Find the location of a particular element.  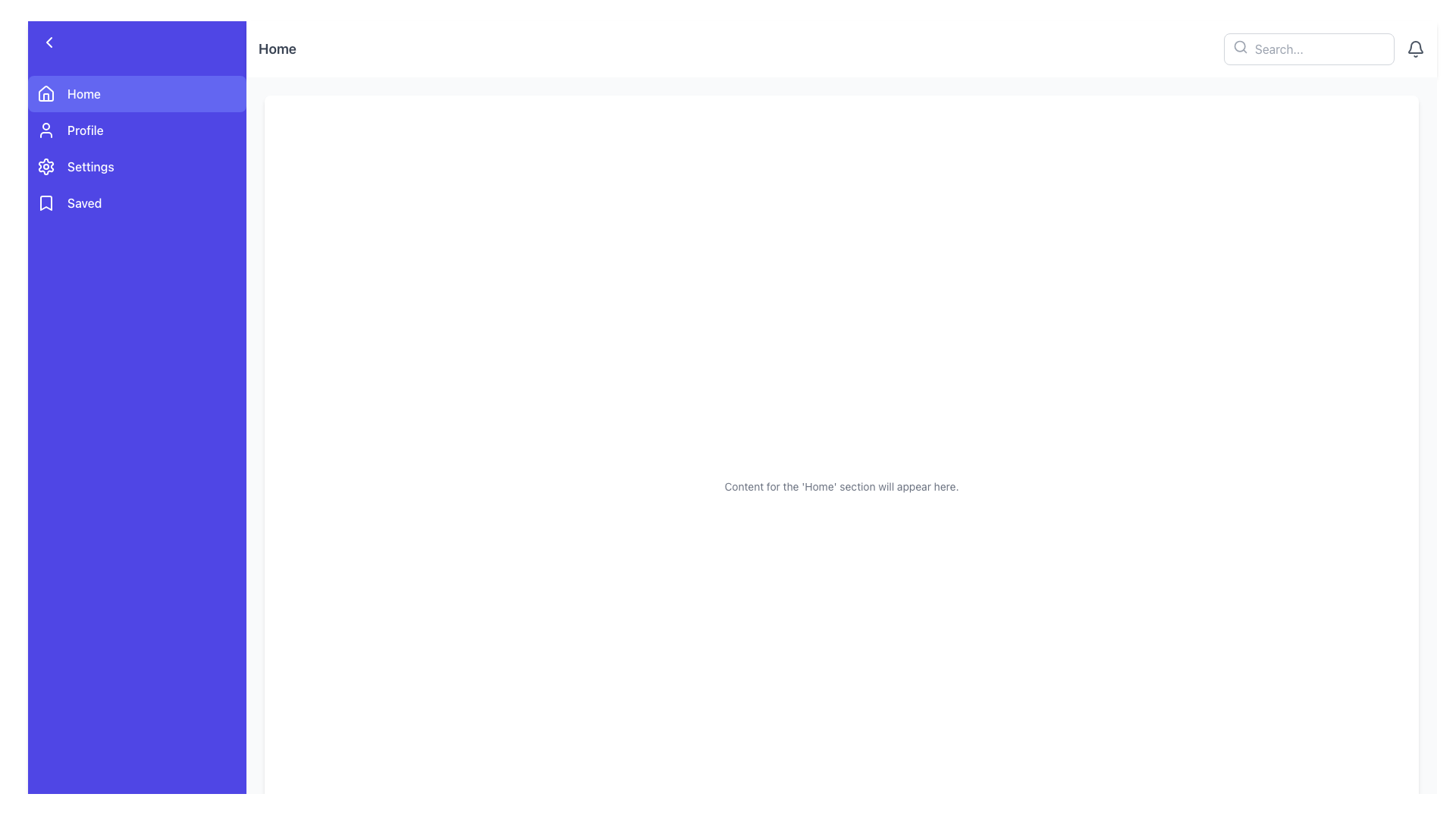

the 'Home' icon in the navigation sidebar, which is depicted as a house outline with a triangular roof and a door, rendered in white against a blue background is located at coordinates (46, 93).